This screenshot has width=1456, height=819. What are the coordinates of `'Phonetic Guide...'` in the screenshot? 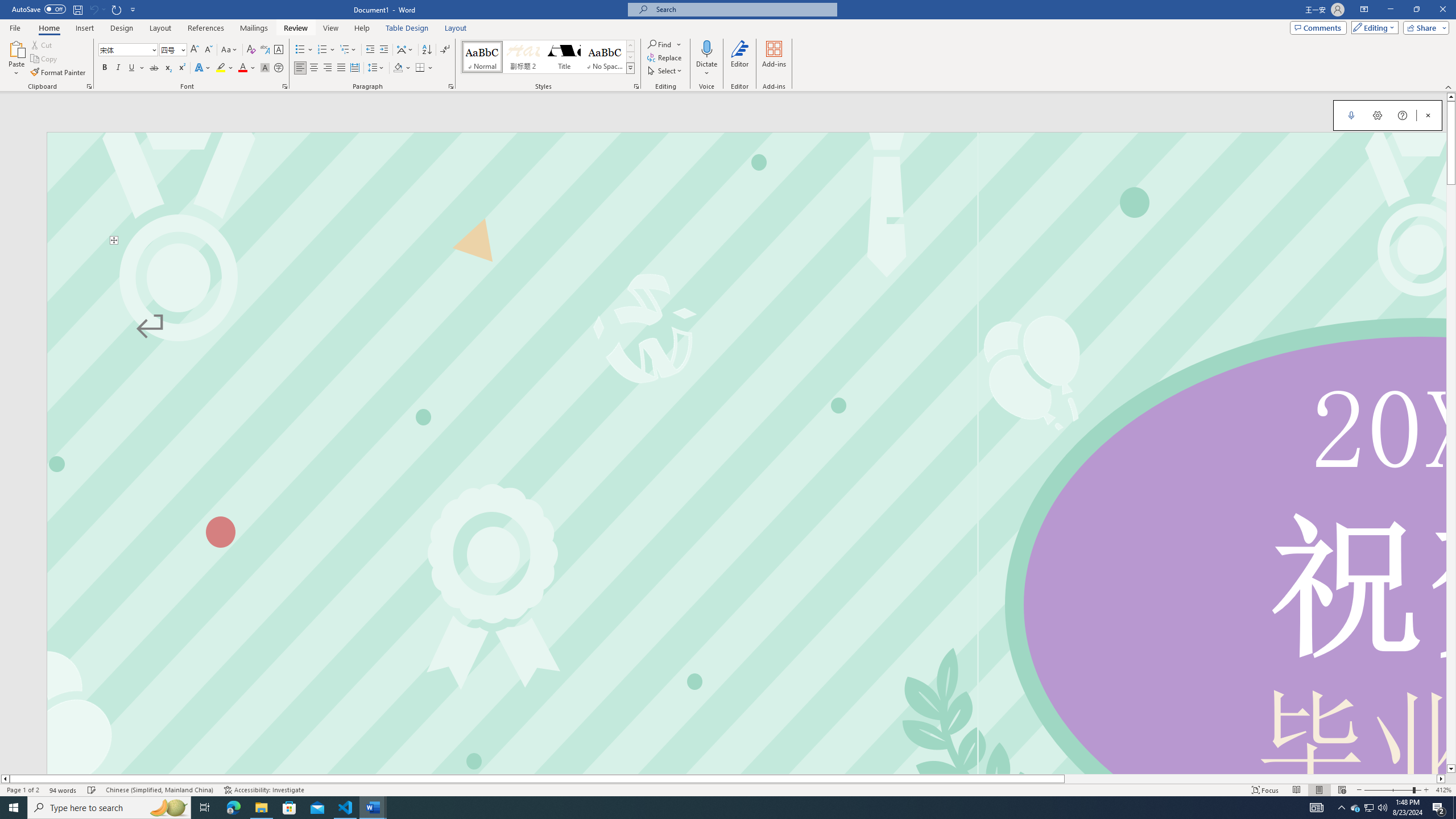 It's located at (264, 49).